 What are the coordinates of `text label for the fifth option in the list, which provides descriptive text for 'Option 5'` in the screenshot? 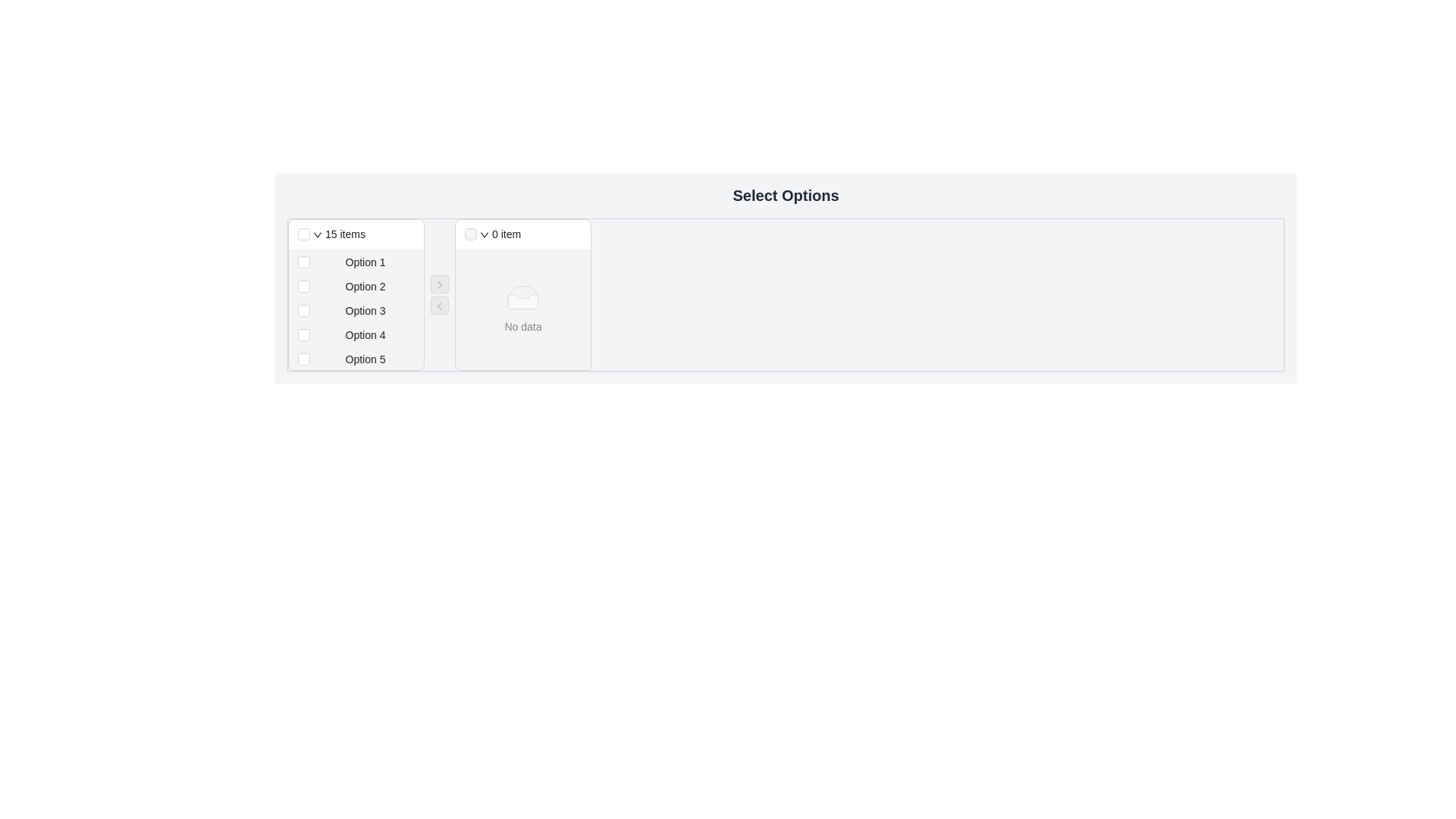 It's located at (365, 359).